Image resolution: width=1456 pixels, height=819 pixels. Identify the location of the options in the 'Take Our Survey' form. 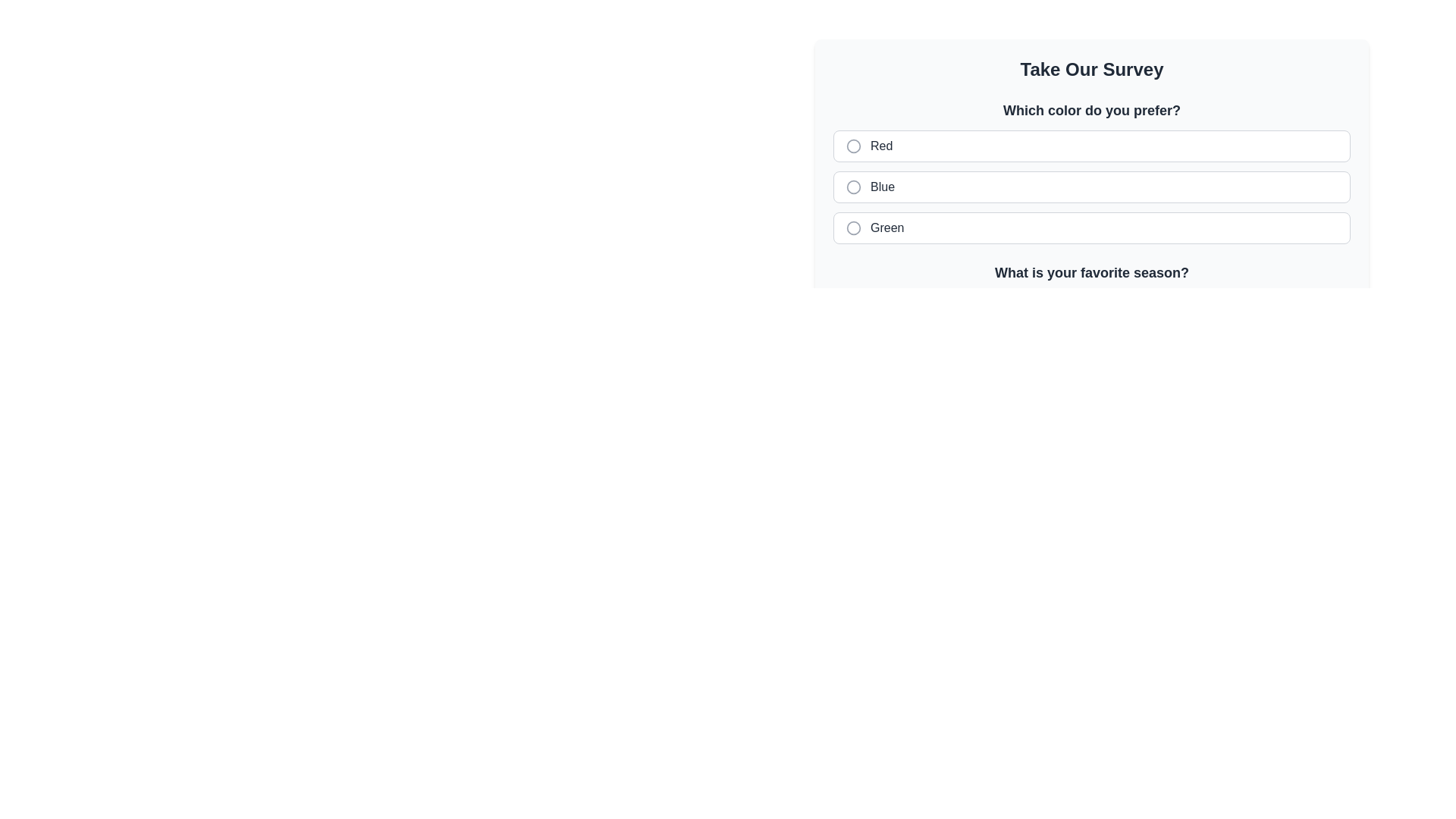
(1092, 155).